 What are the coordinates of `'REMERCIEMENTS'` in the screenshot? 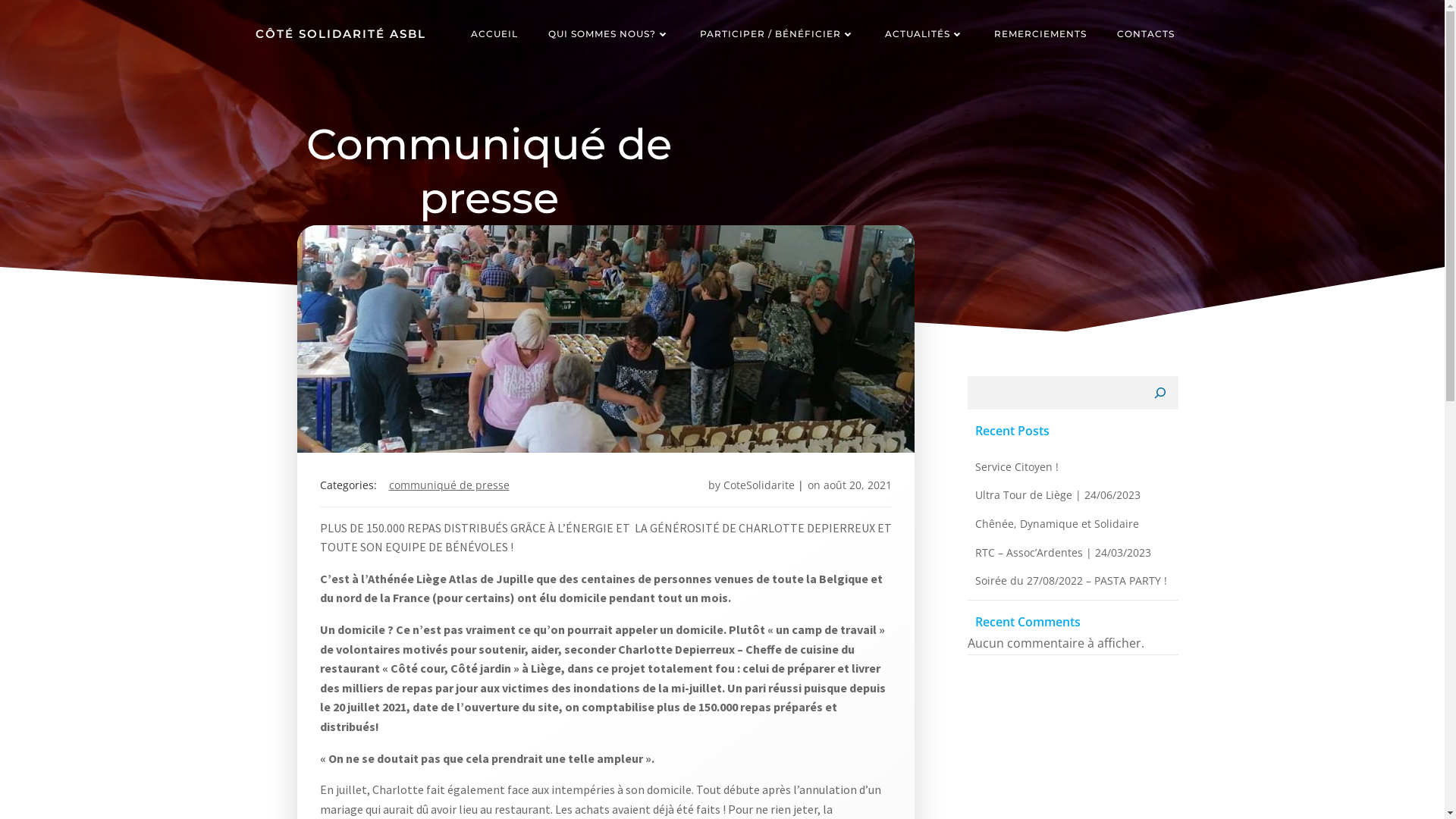 It's located at (1039, 34).